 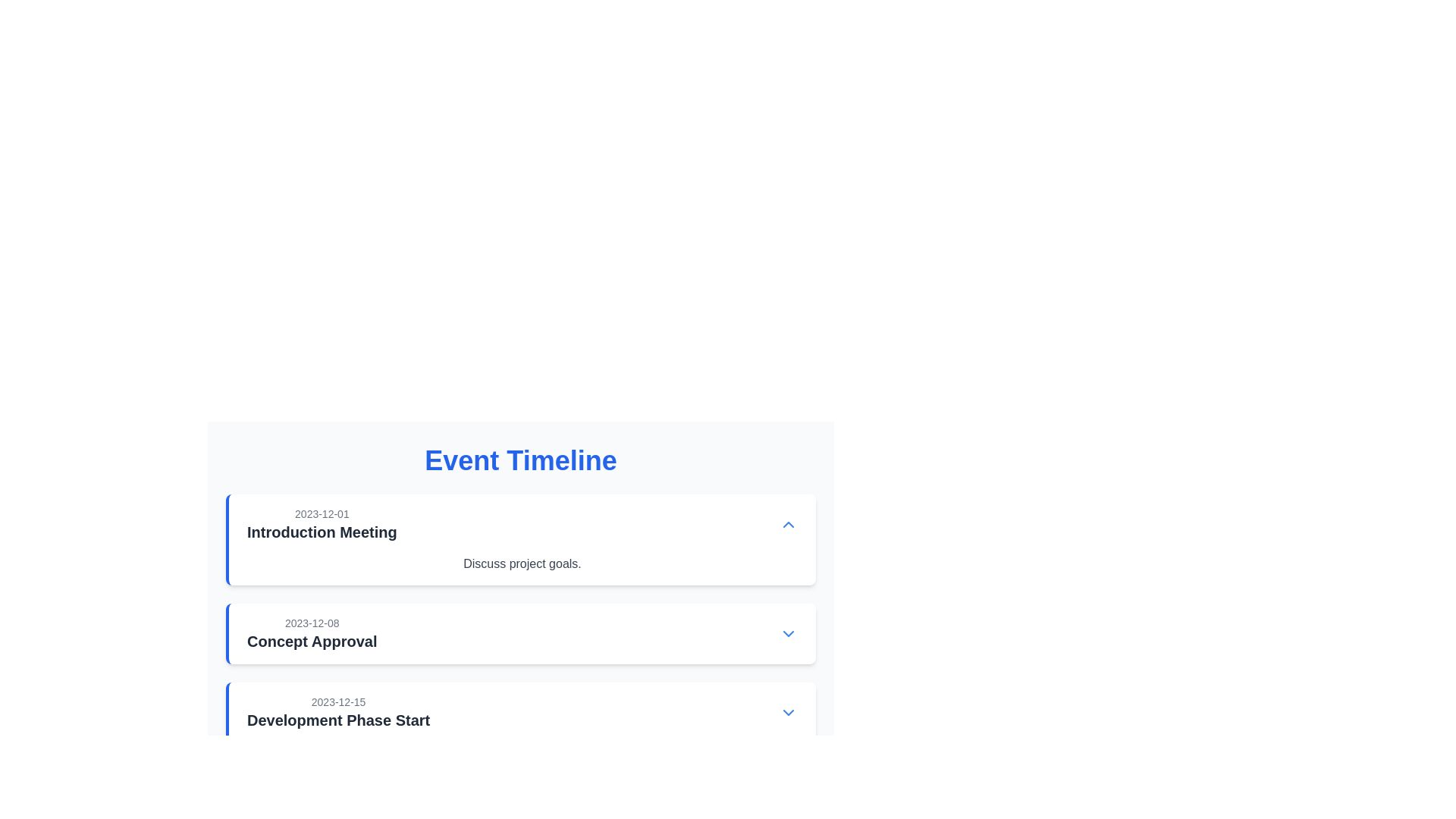 What do you see at coordinates (520, 619) in the screenshot?
I see `to interact with the second event card in the 'Event Timeline', which displays information about a specific event including its date and title` at bounding box center [520, 619].